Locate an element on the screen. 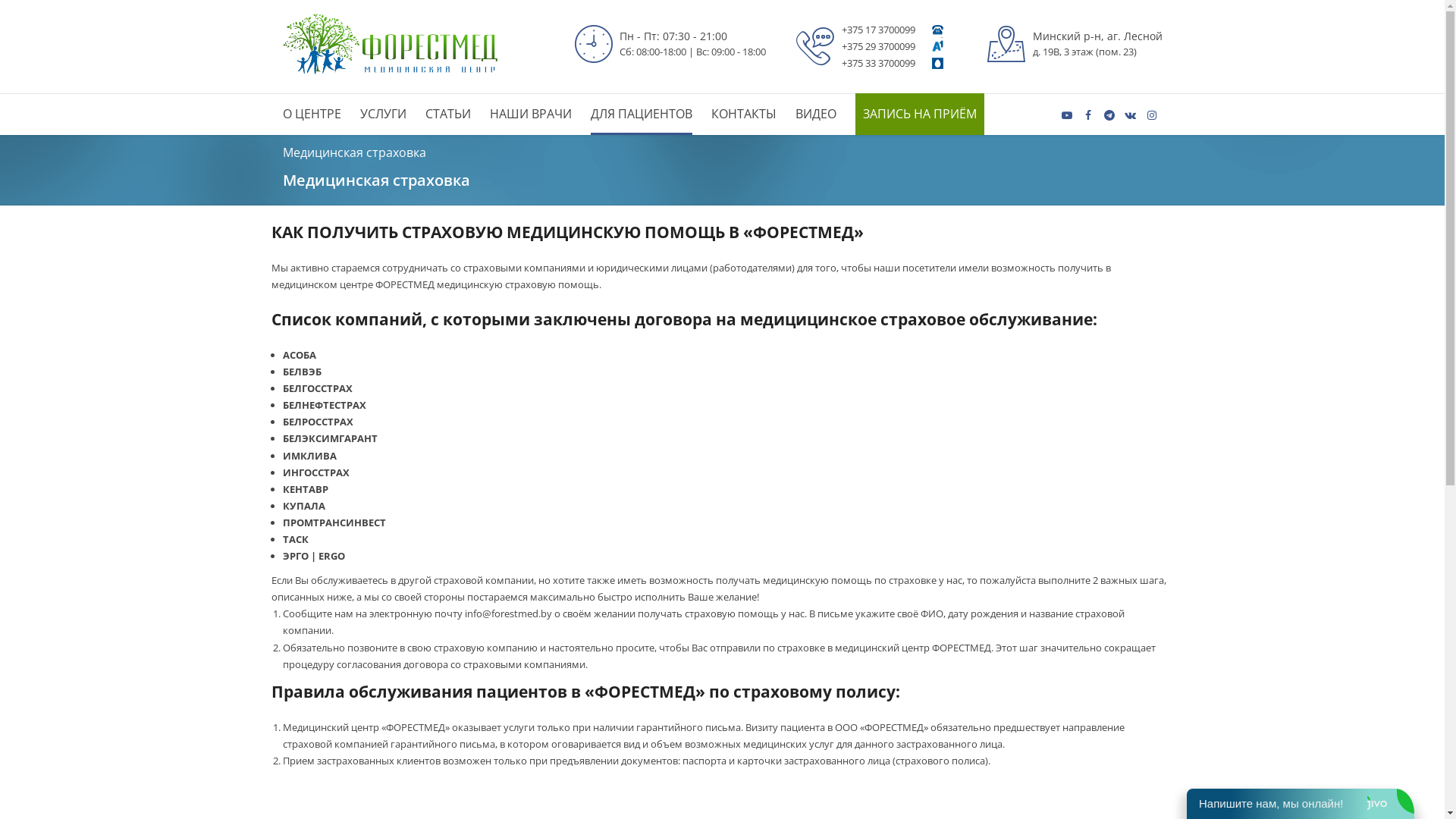  '+375 29 3700099' is located at coordinates (878, 45).